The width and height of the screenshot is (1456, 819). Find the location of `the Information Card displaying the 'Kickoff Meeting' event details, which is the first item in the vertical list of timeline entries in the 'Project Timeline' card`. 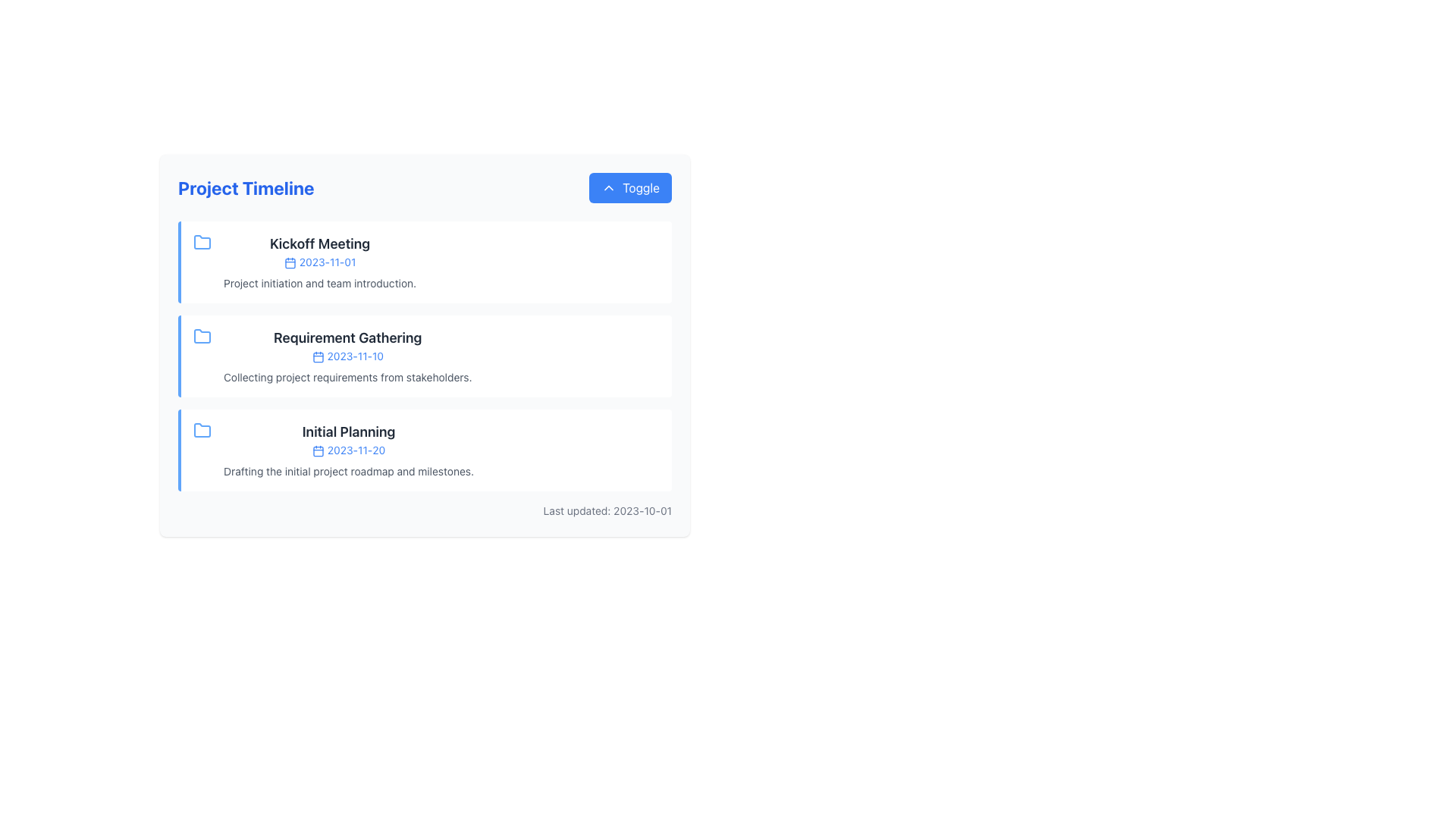

the Information Card displaying the 'Kickoff Meeting' event details, which is the first item in the vertical list of timeline entries in the 'Project Timeline' card is located at coordinates (425, 262).